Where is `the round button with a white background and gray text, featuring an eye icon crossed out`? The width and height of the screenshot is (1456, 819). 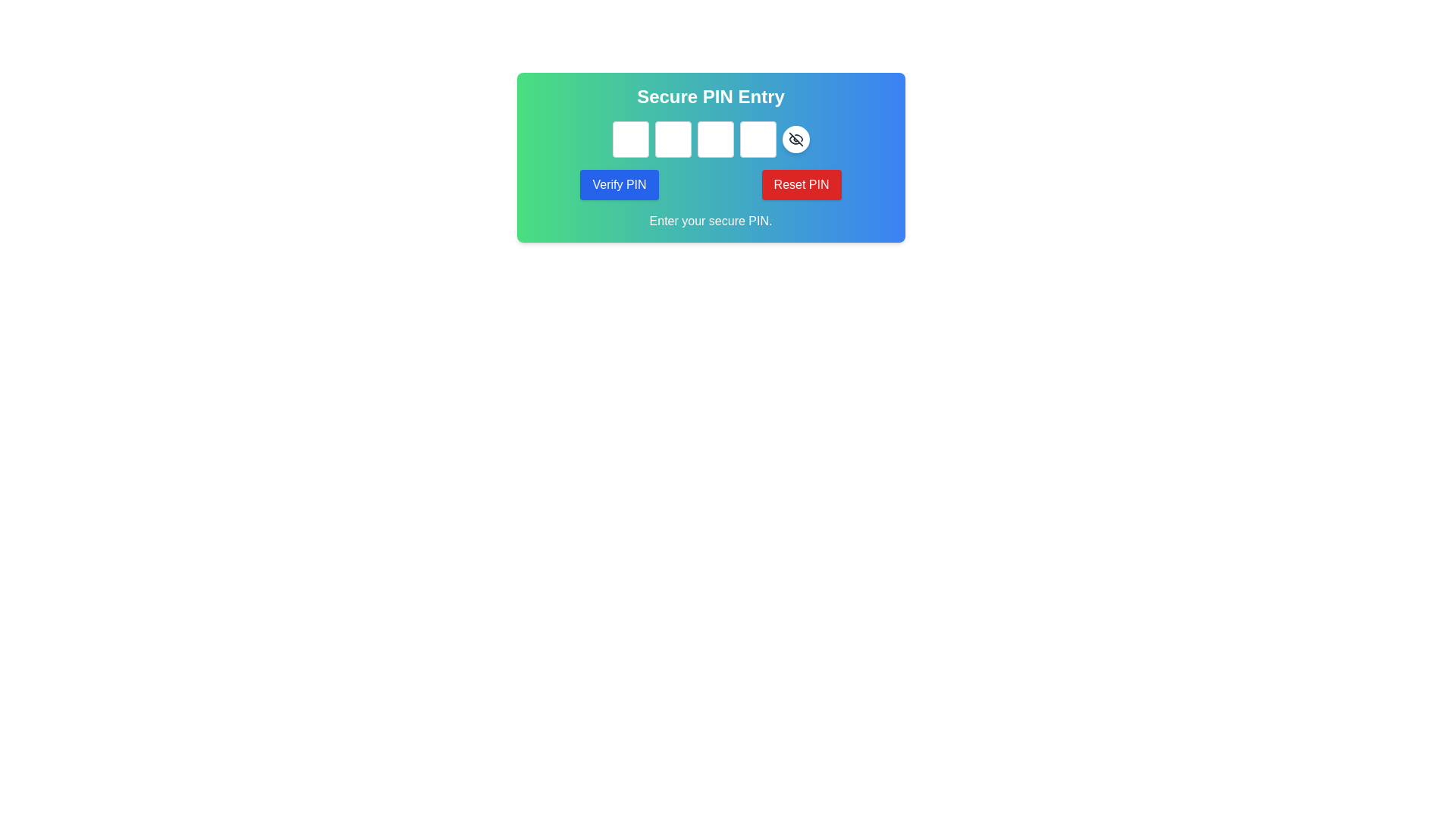
the round button with a white background and gray text, featuring an eye icon crossed out is located at coordinates (795, 140).